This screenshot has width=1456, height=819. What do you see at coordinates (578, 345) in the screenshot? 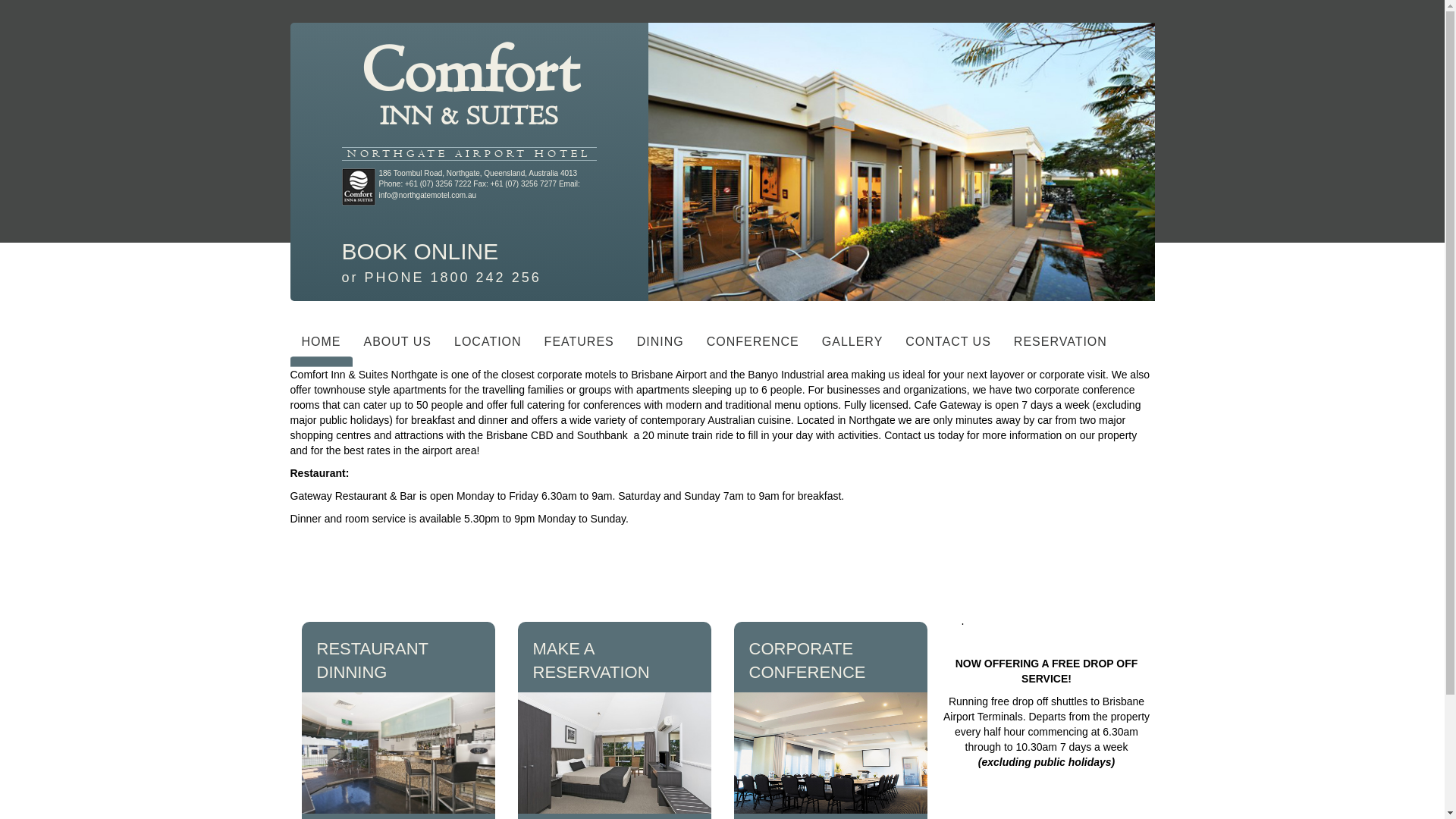
I see `'FEATURES'` at bounding box center [578, 345].